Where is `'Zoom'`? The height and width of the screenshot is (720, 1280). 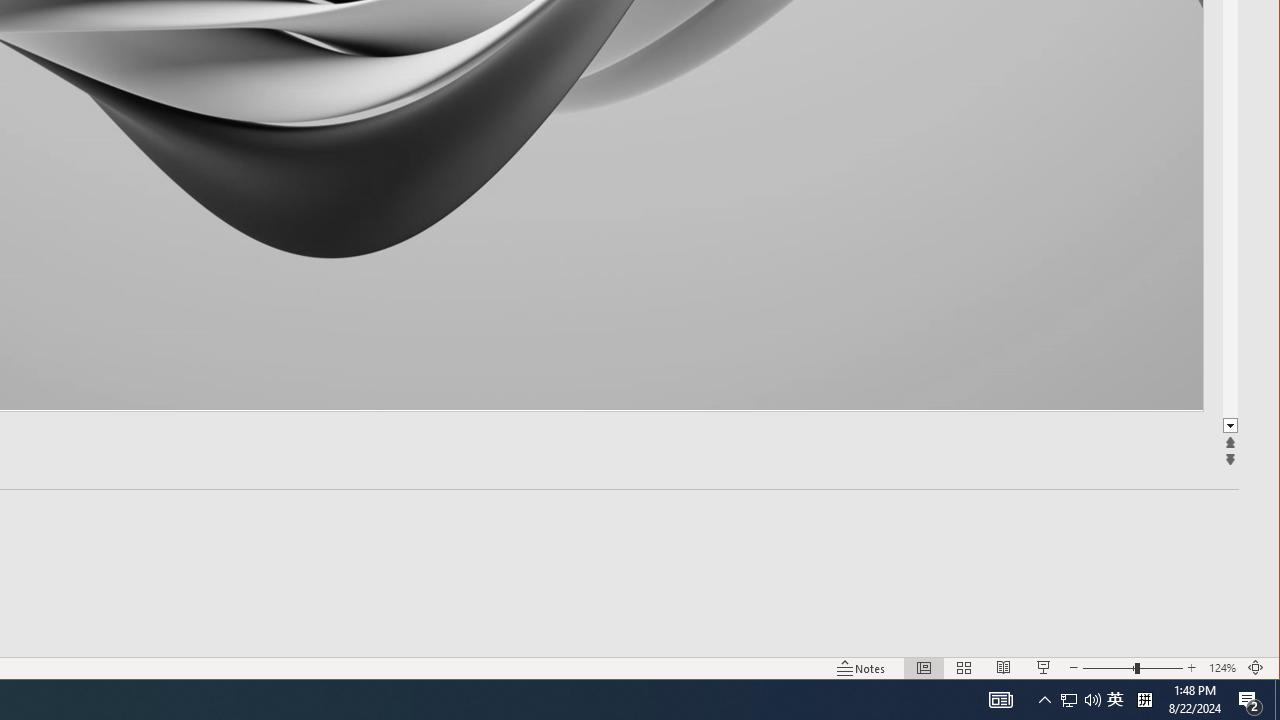 'Zoom' is located at coordinates (1132, 668).